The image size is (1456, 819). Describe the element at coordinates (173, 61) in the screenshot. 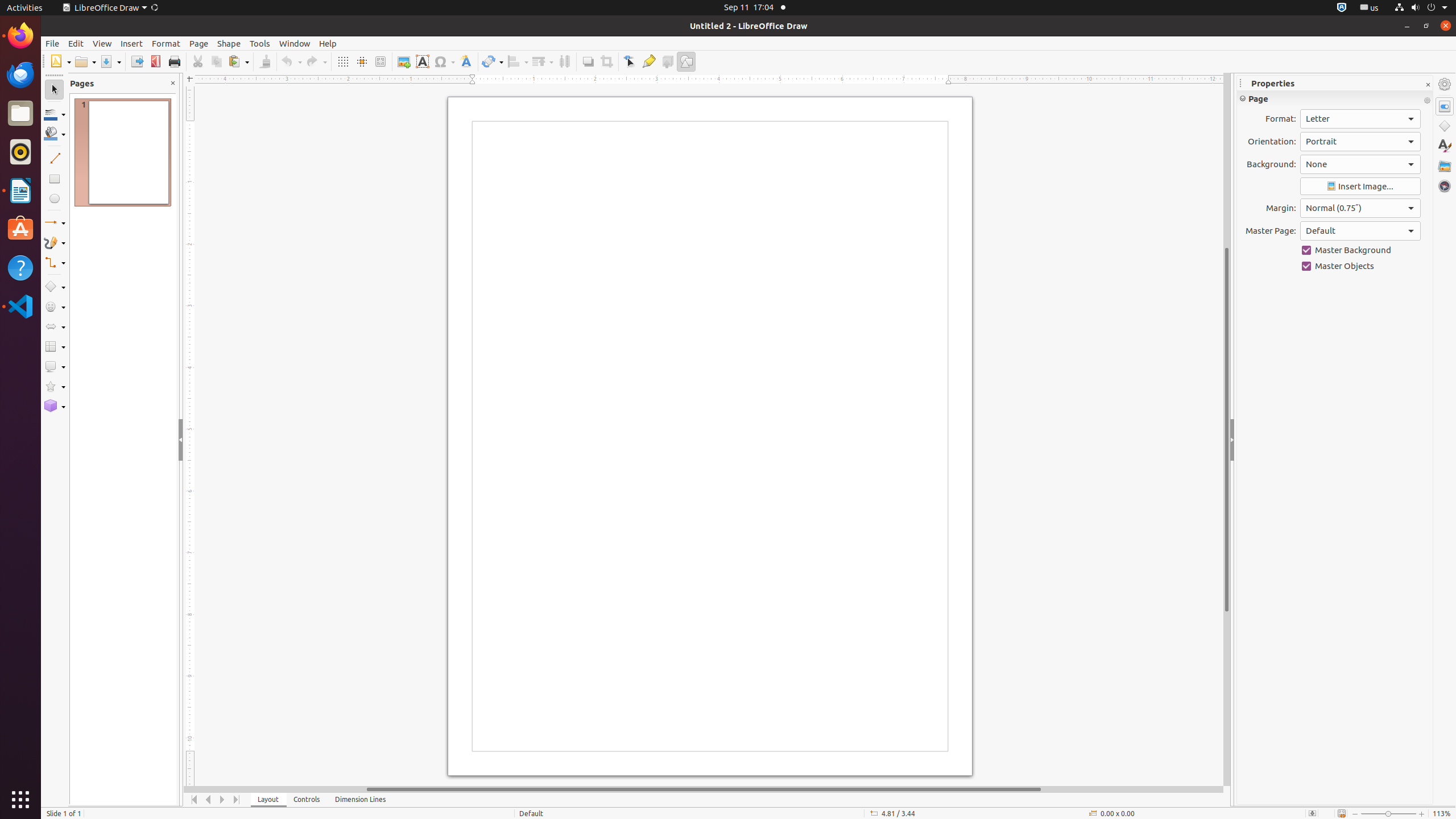

I see `'Print'` at that location.